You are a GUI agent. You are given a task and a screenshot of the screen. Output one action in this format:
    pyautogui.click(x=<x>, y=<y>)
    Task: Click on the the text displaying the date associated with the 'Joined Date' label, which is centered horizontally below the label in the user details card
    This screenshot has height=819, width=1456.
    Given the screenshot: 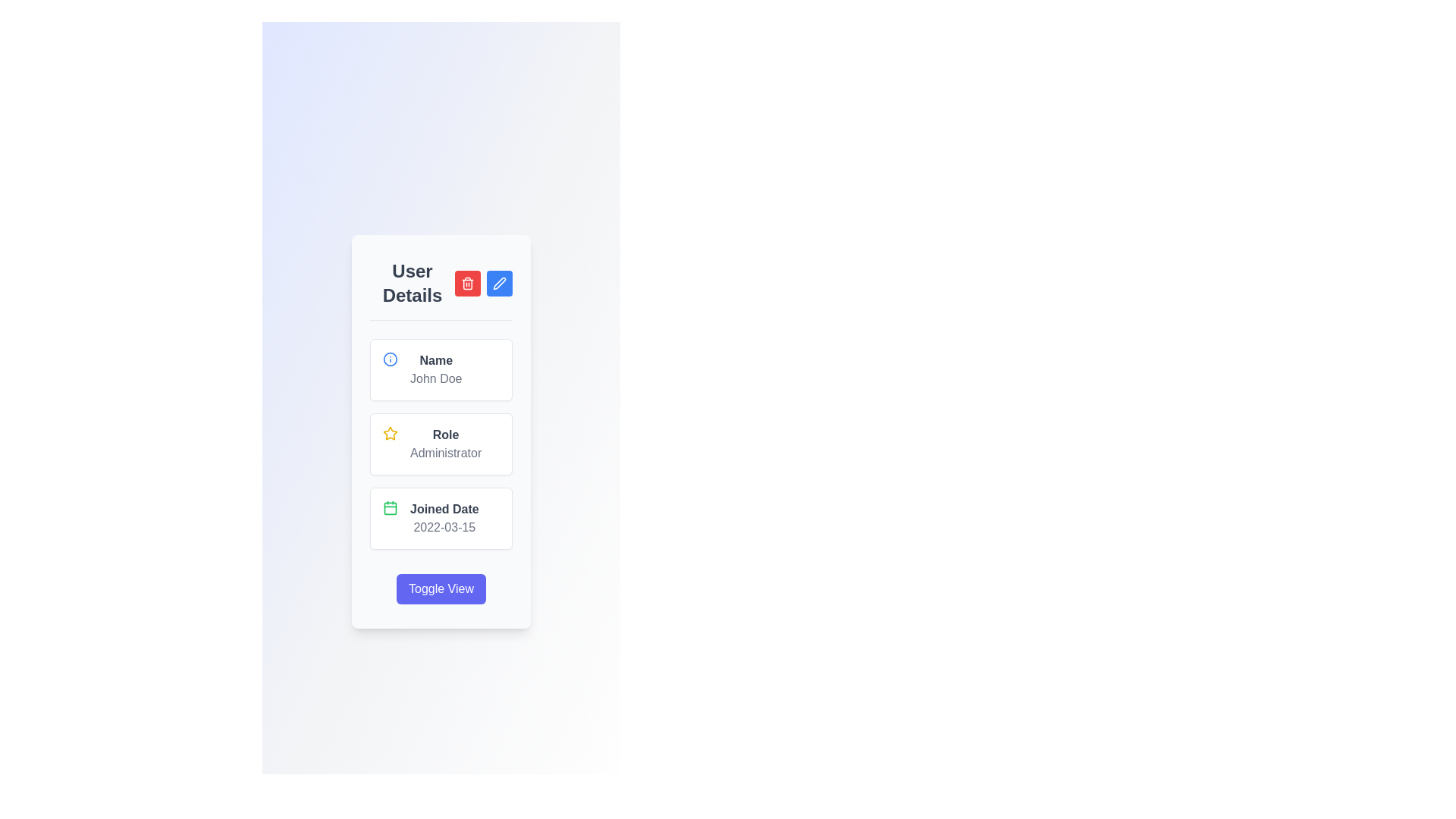 What is the action you would take?
    pyautogui.click(x=444, y=526)
    